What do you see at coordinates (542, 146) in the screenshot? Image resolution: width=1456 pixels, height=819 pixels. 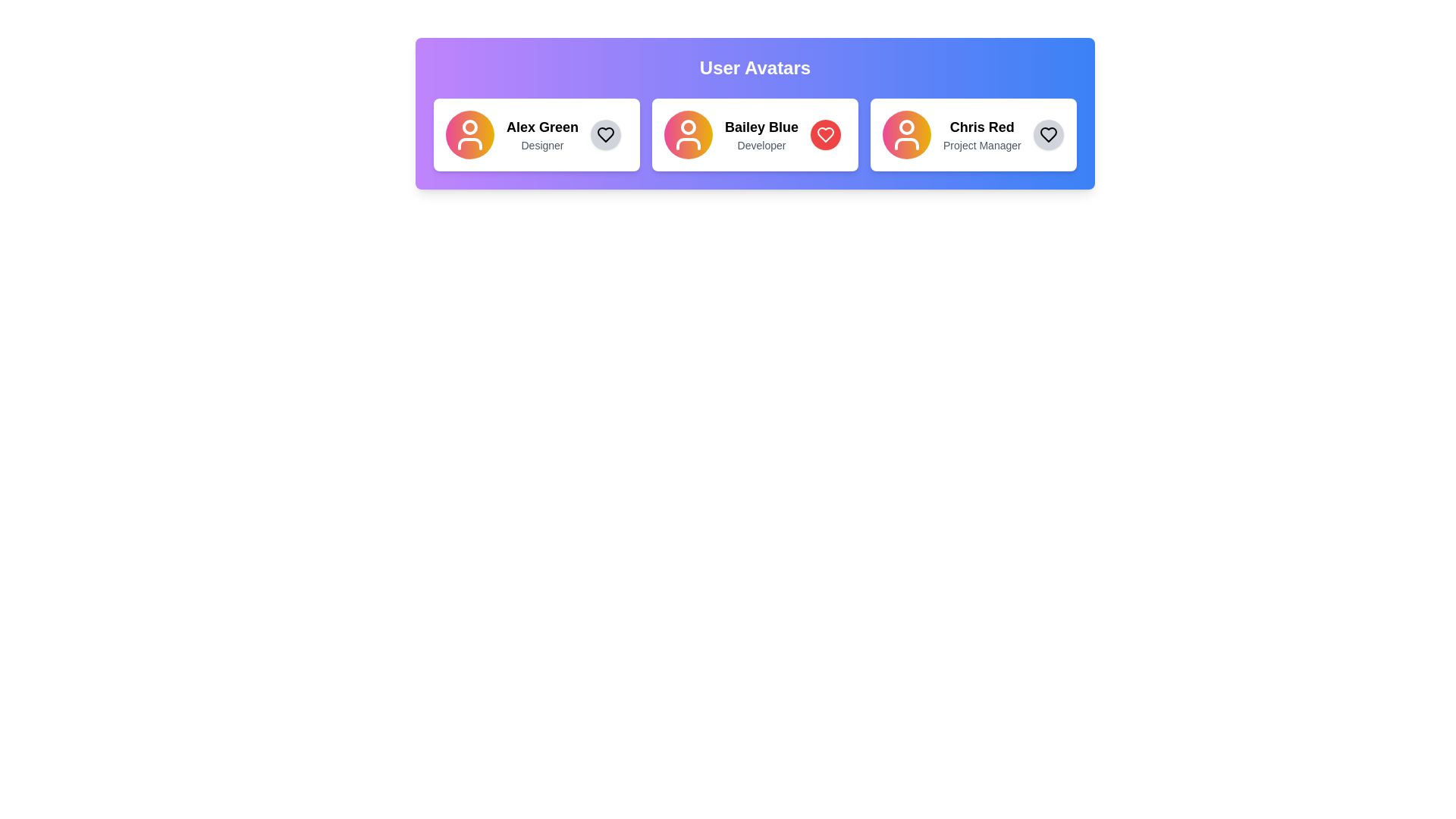 I see `the text label indicating the professional role of the individual named 'Alex Green', which is located below the sibling text element in the user profile card layout` at bounding box center [542, 146].